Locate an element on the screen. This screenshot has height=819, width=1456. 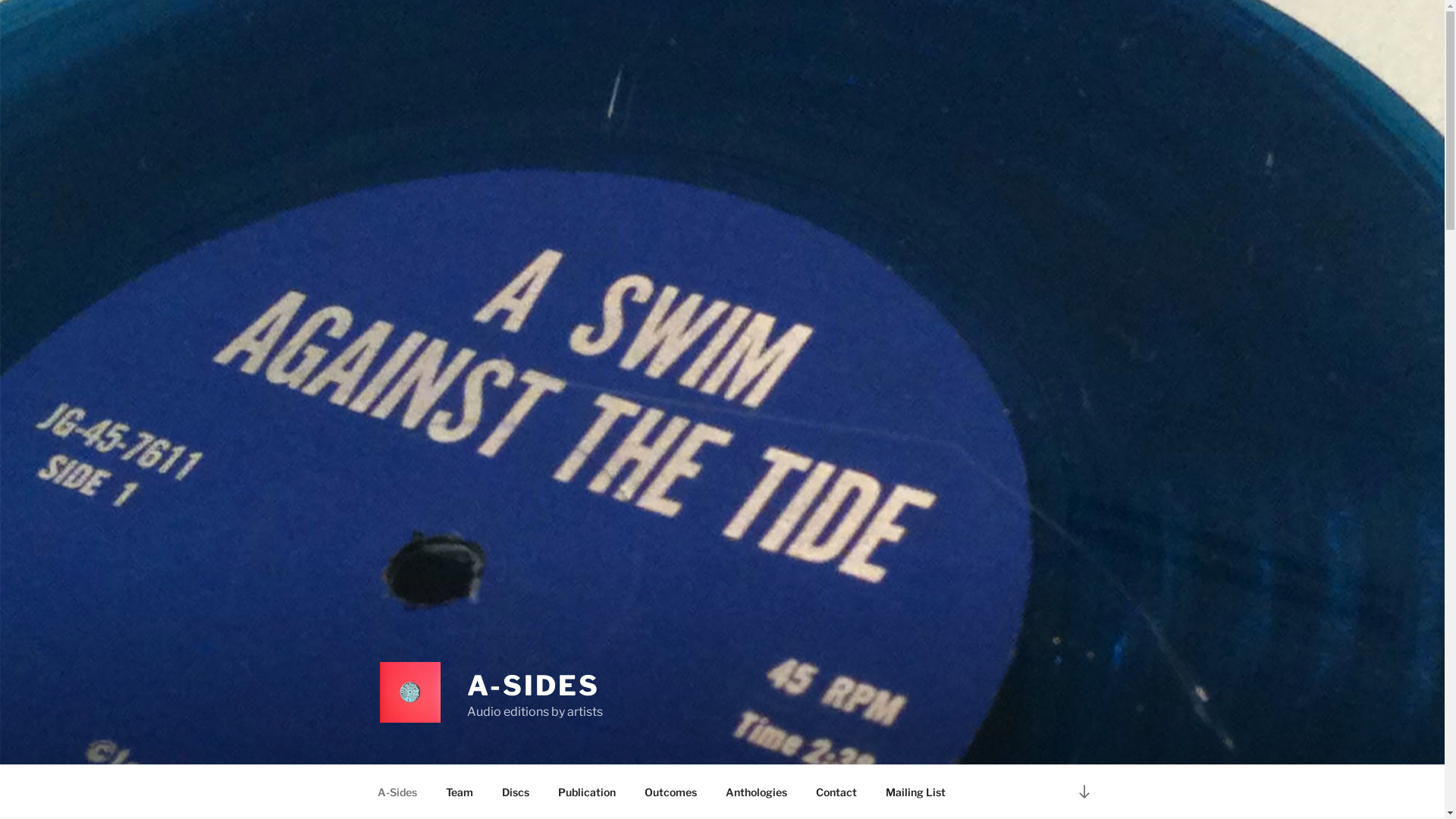
'Discs' is located at coordinates (515, 791).